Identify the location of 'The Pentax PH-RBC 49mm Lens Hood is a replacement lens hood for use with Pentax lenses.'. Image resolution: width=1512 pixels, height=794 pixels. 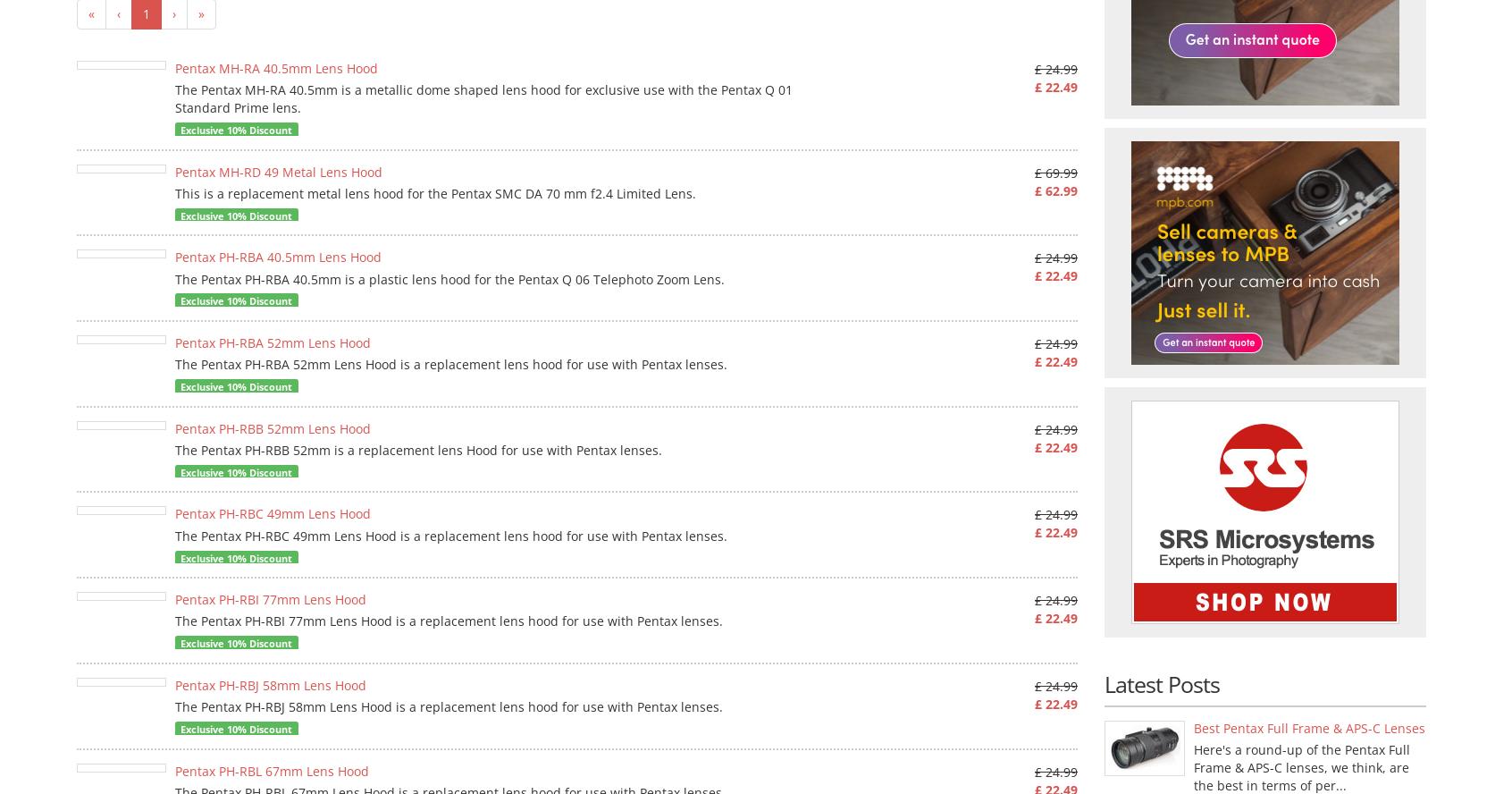
(451, 535).